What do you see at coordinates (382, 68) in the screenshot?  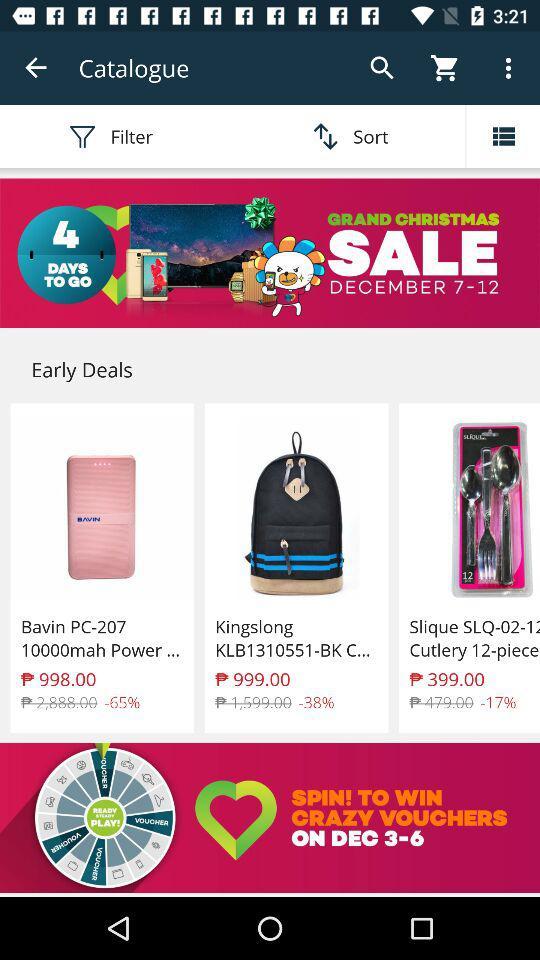 I see `search button` at bounding box center [382, 68].